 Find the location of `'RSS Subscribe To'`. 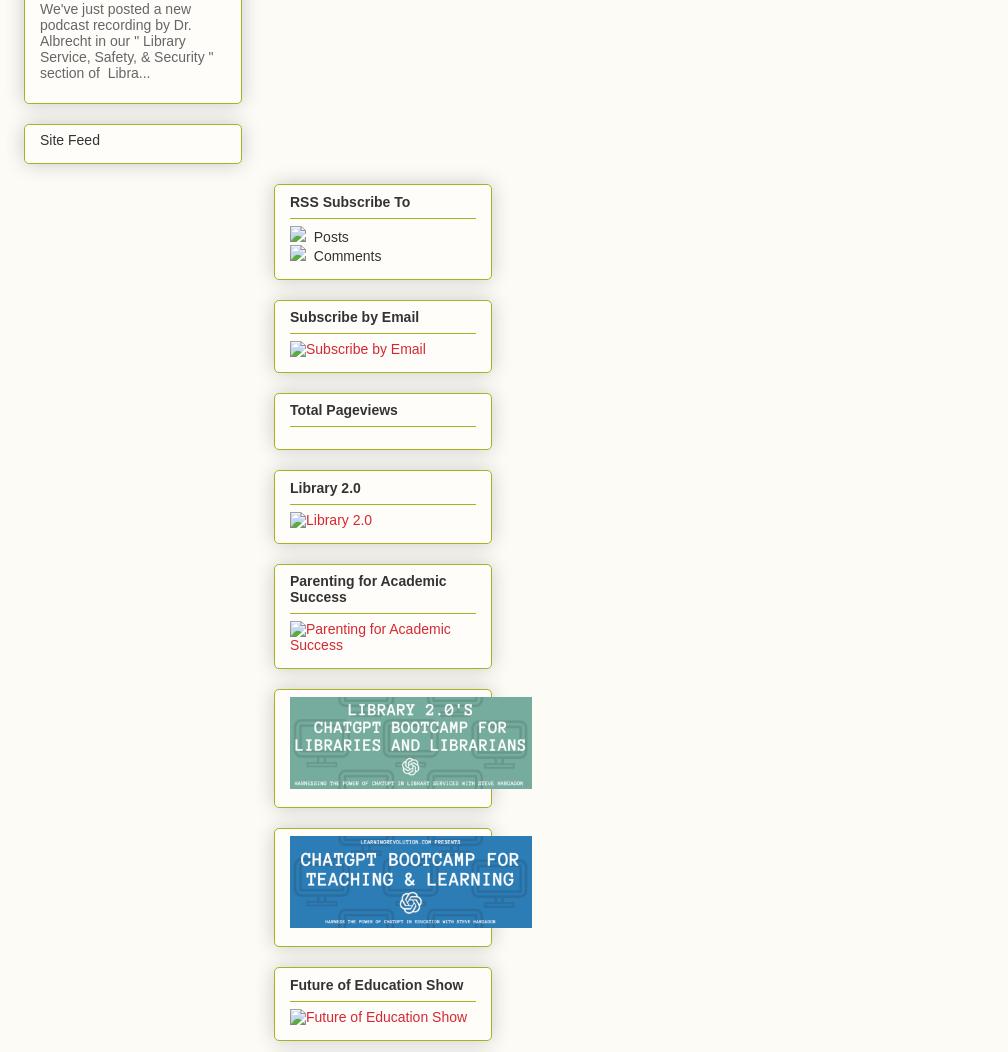

'RSS Subscribe To' is located at coordinates (290, 201).